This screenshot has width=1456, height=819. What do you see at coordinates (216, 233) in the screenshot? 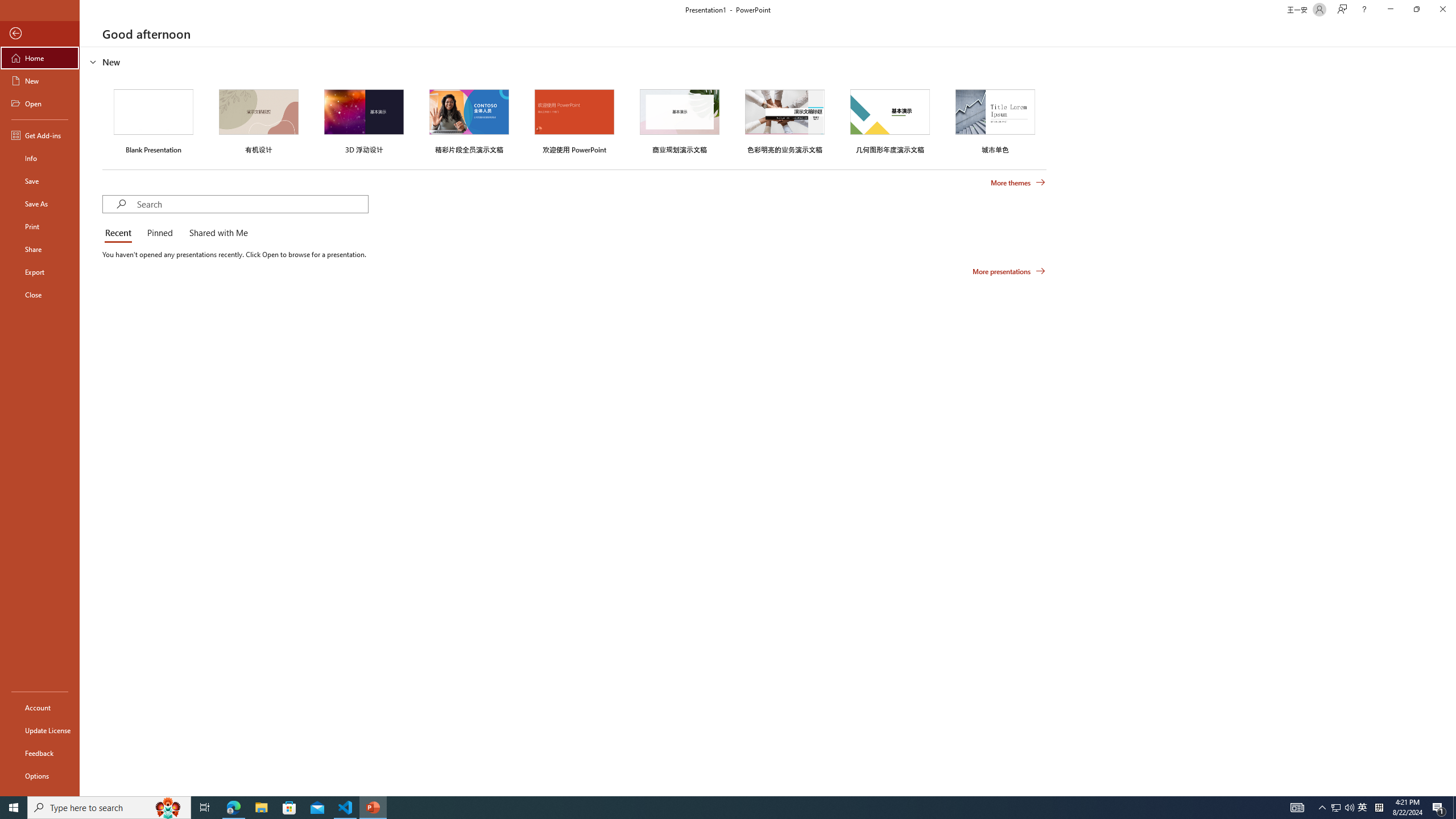
I see `'Shared with Me'` at bounding box center [216, 233].